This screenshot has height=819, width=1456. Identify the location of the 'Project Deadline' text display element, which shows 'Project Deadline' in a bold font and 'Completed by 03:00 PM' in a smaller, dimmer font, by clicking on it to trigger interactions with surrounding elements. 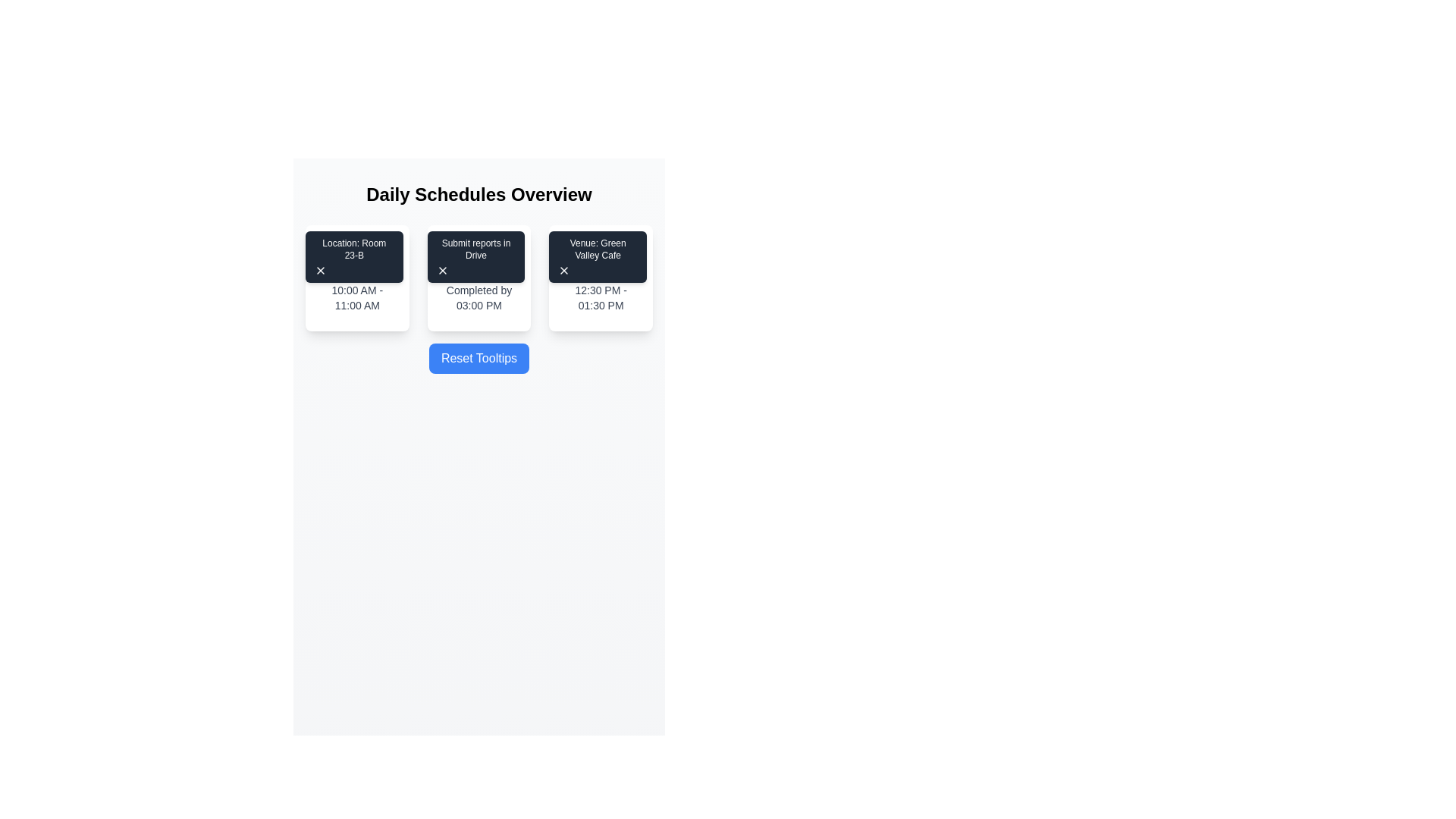
(479, 278).